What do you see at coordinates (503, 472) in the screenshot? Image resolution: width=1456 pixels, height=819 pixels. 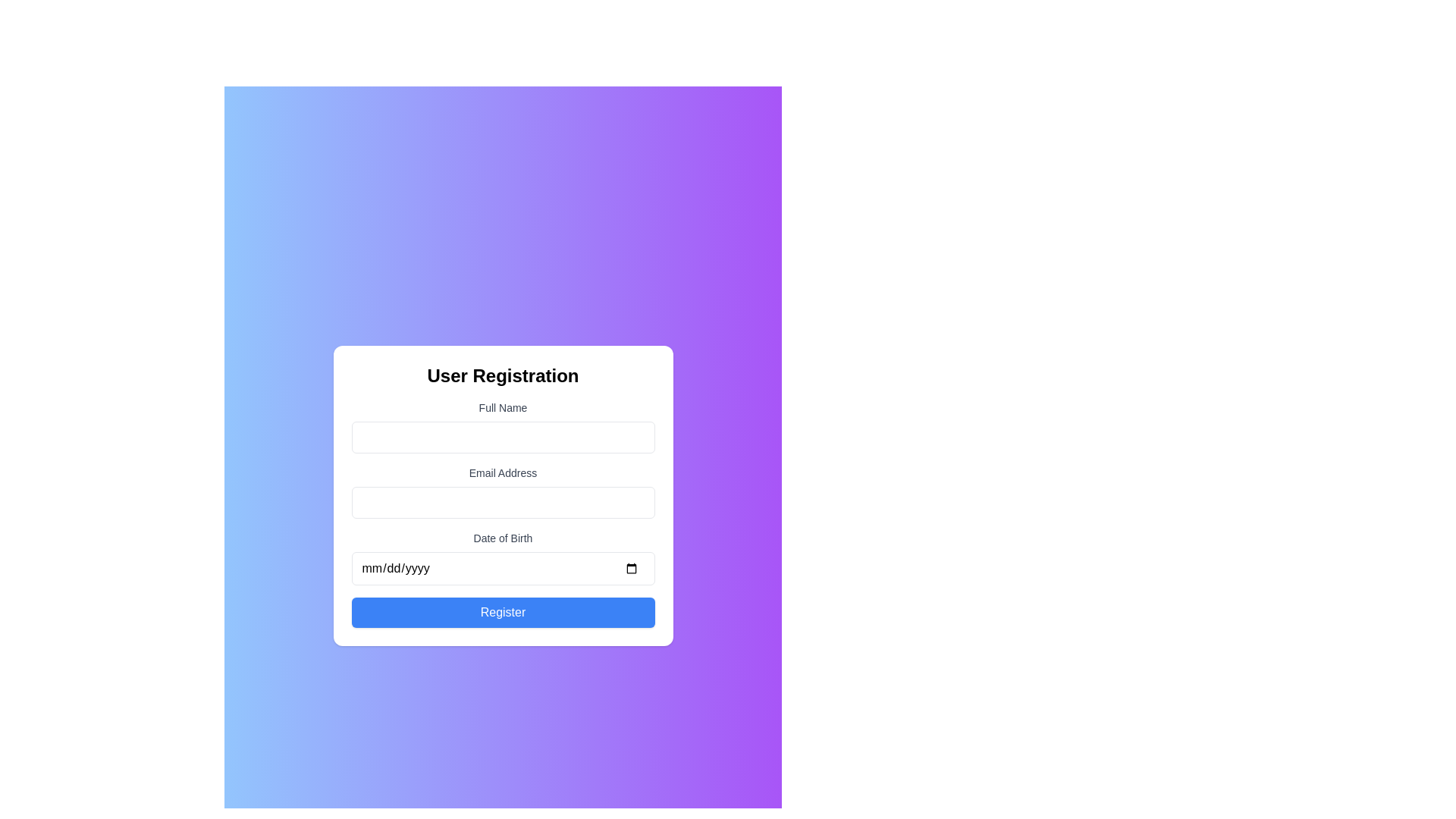 I see `the label that guides users to enter their email address, which is centrally located above the email input field in the user registration form` at bounding box center [503, 472].